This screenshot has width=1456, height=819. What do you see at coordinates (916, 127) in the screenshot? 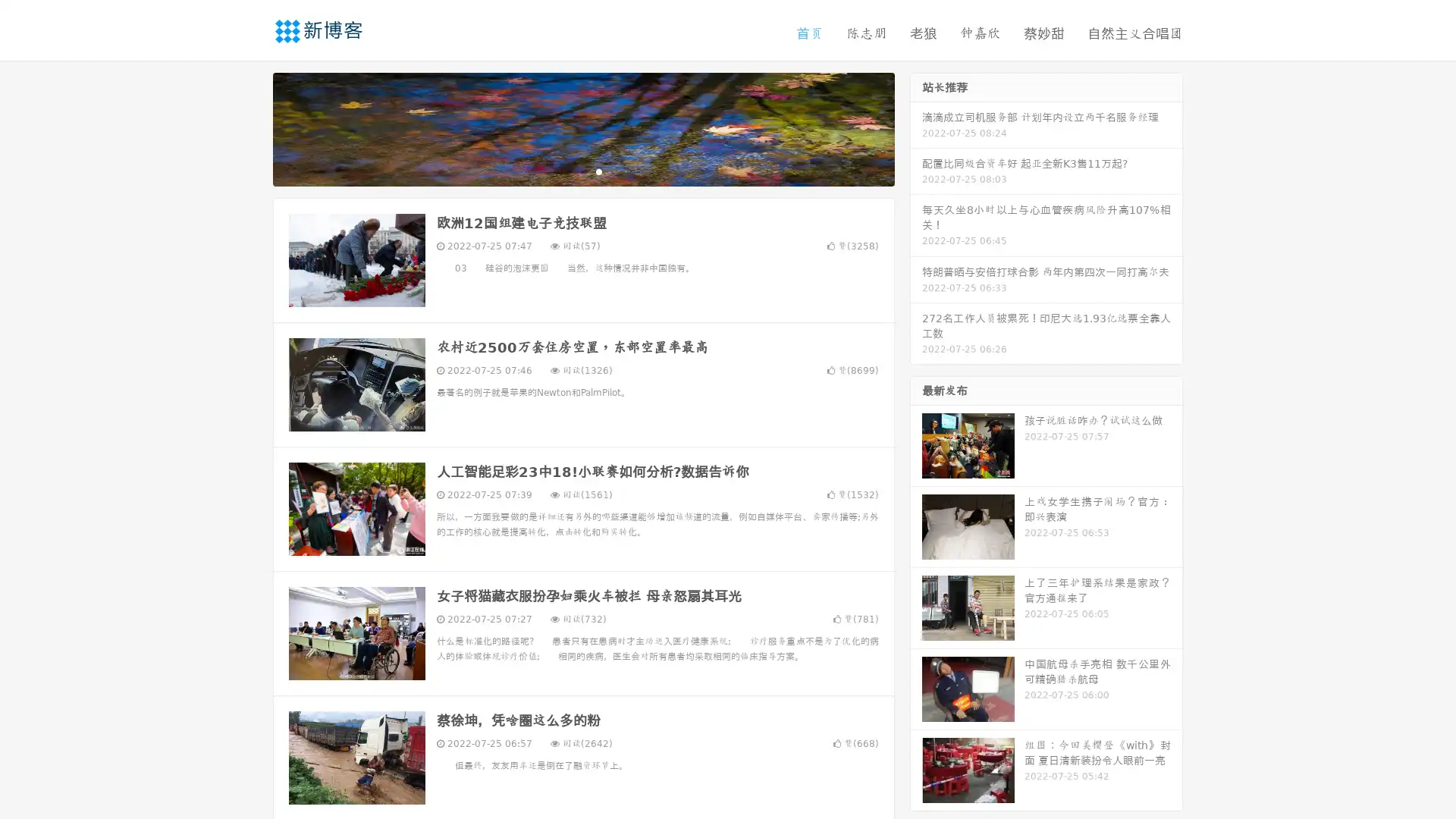
I see `Next slide` at bounding box center [916, 127].